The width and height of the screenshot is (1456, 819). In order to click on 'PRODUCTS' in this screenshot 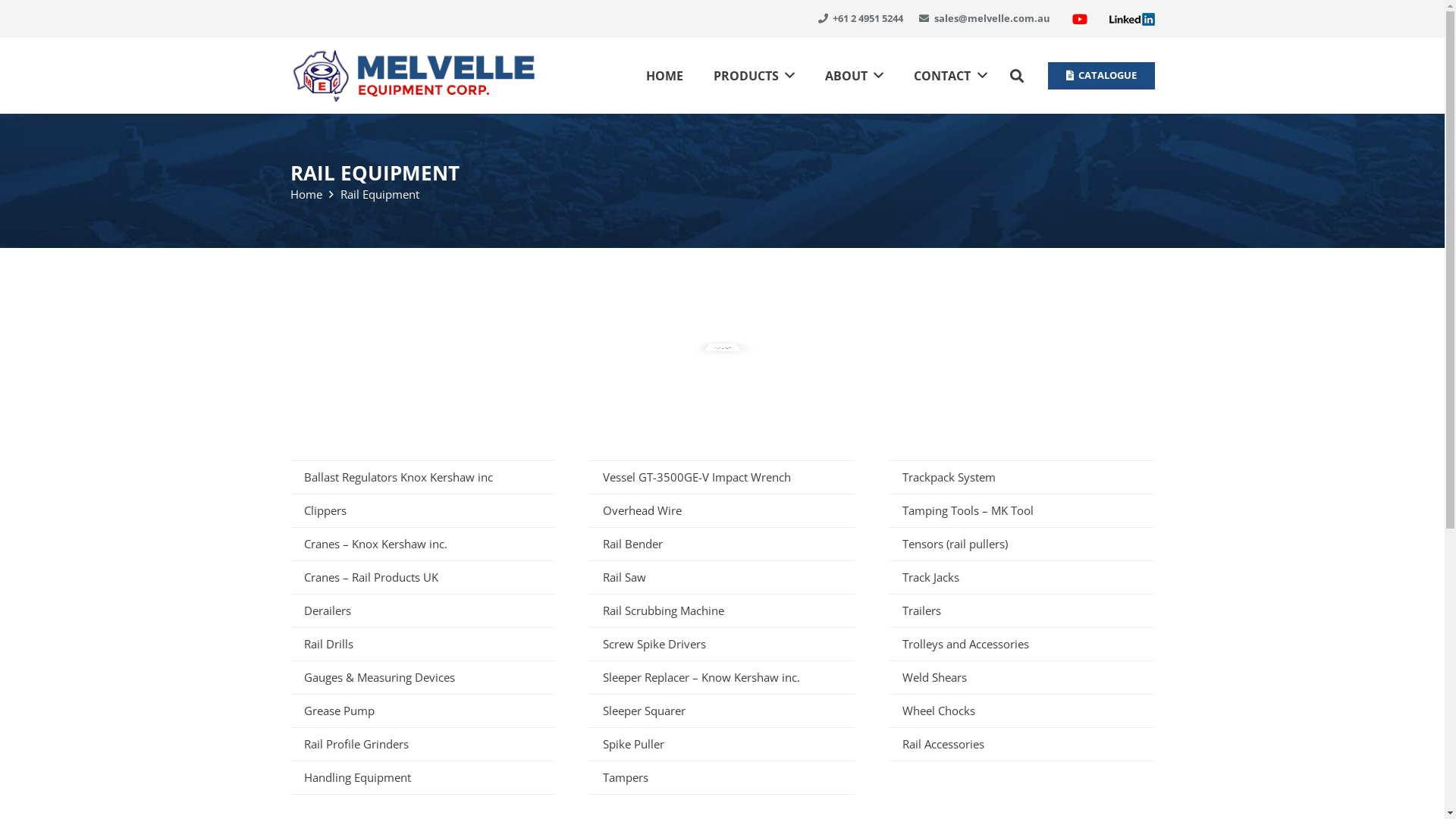, I will do `click(754, 76)`.